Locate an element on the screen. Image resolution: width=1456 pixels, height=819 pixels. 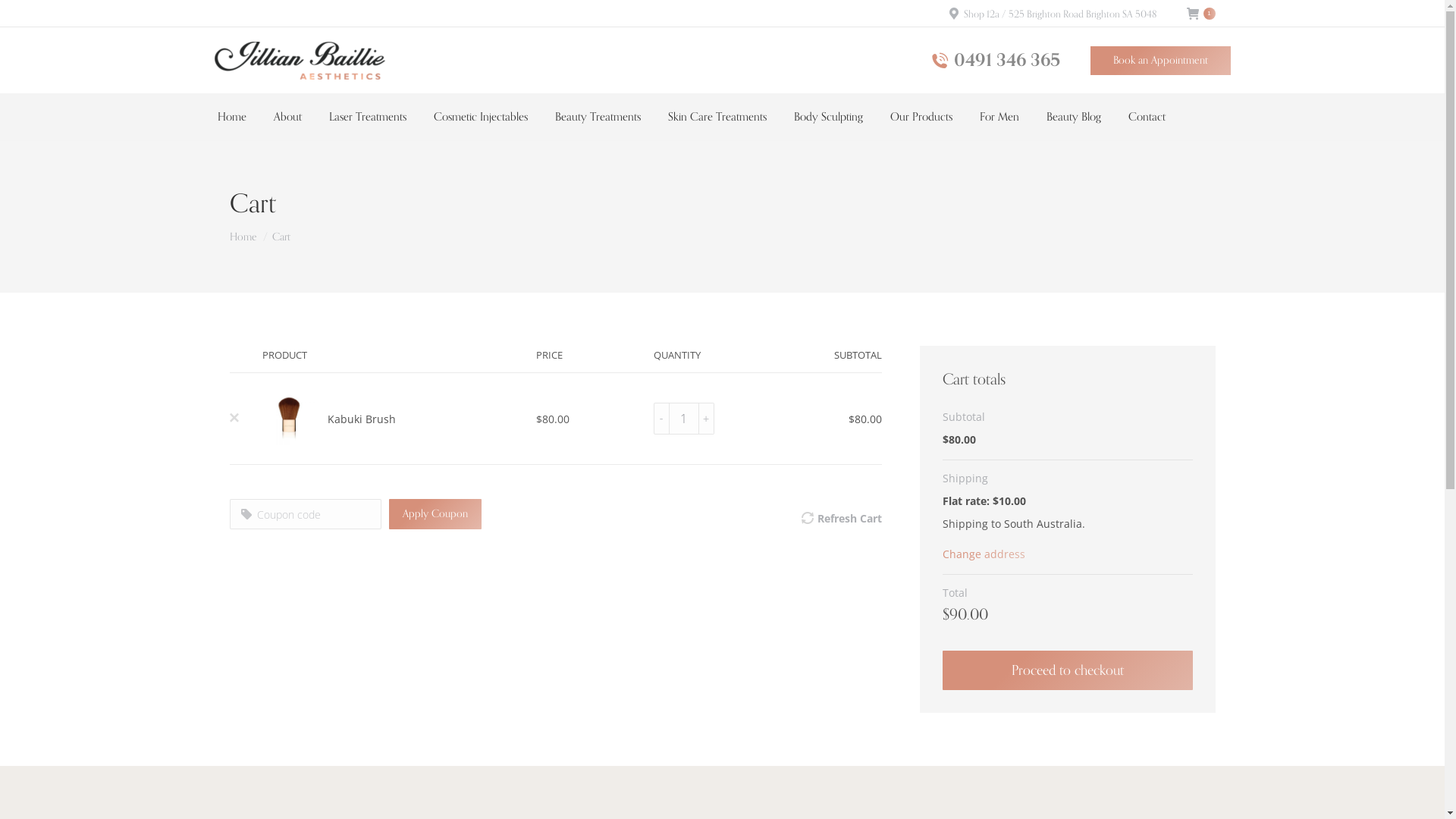
'Home' is located at coordinates (231, 116).